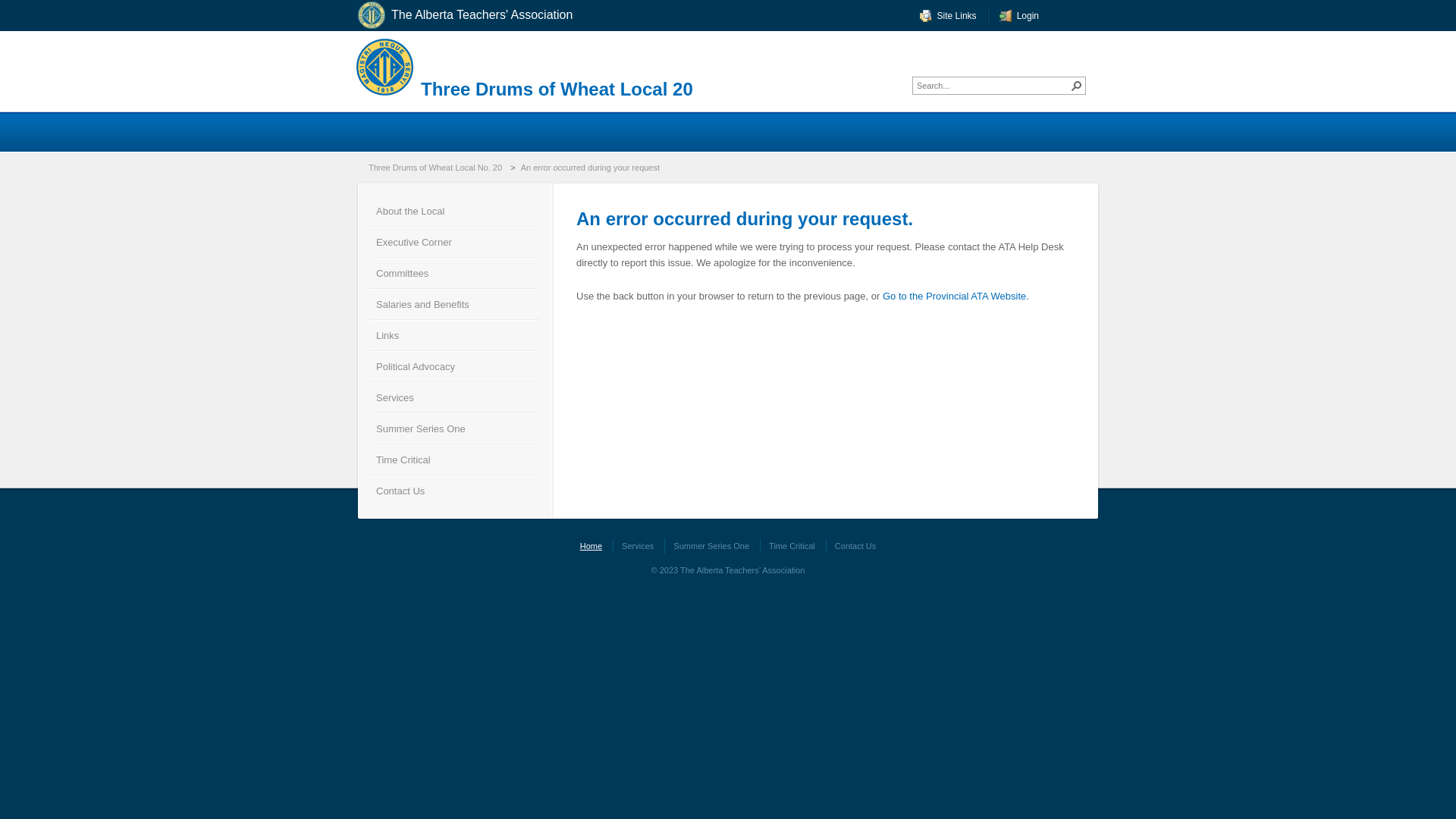 This screenshot has width=1456, height=819. What do you see at coordinates (556, 89) in the screenshot?
I see `'Three Drums of Wheat Local 20'` at bounding box center [556, 89].